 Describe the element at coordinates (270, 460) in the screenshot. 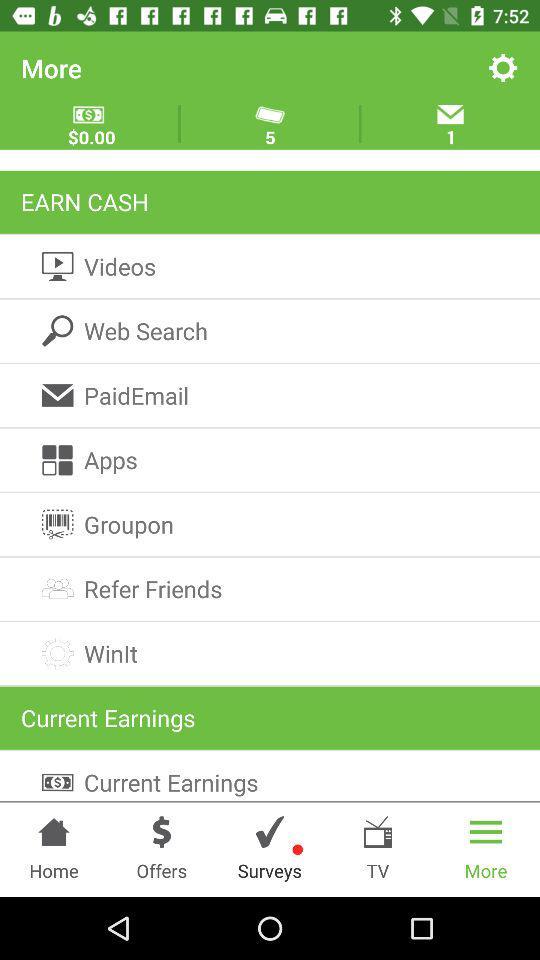

I see `apps icon` at that location.